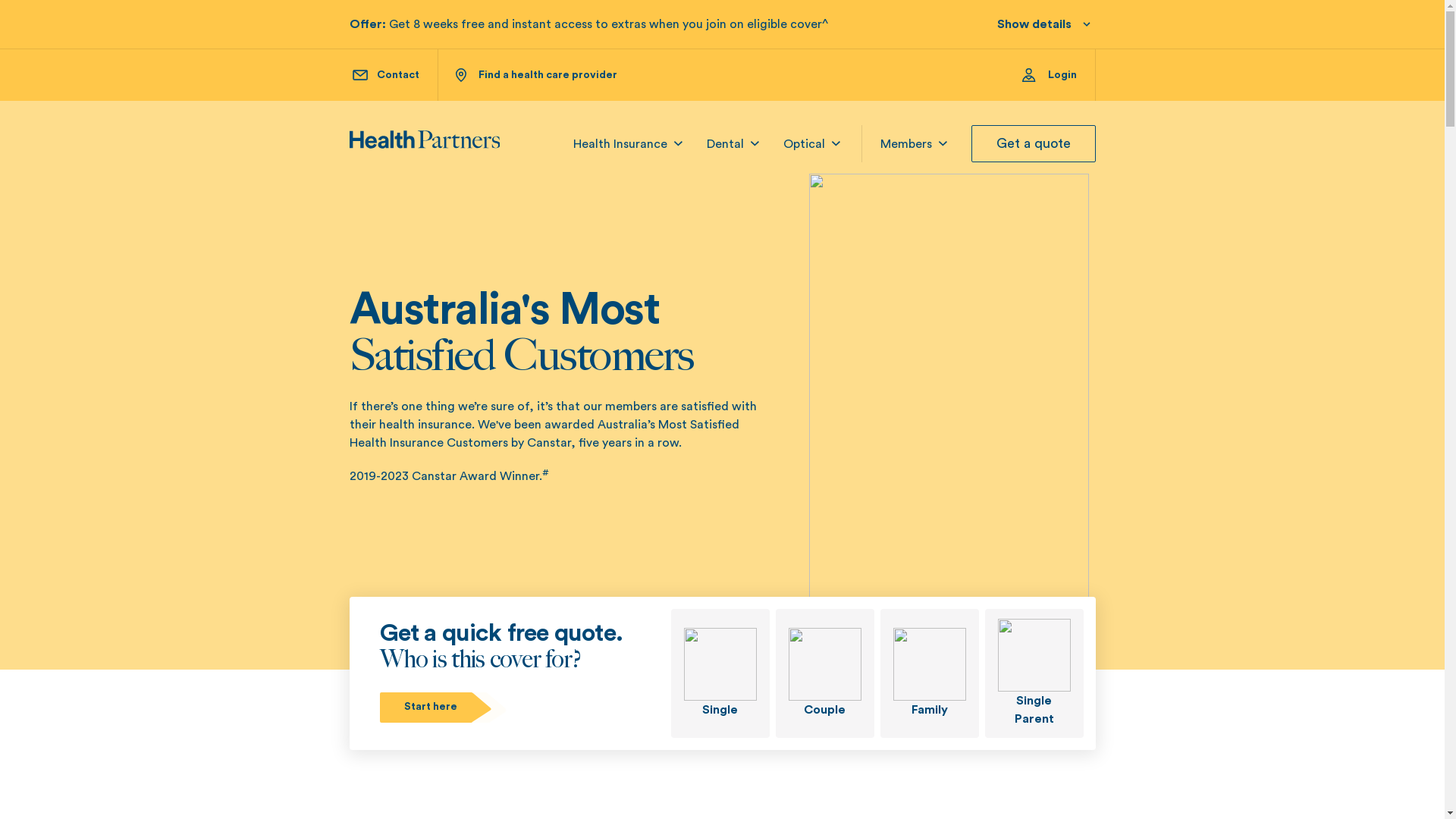 The height and width of the screenshot is (819, 1456). What do you see at coordinates (1058, 75) in the screenshot?
I see `'Login'` at bounding box center [1058, 75].